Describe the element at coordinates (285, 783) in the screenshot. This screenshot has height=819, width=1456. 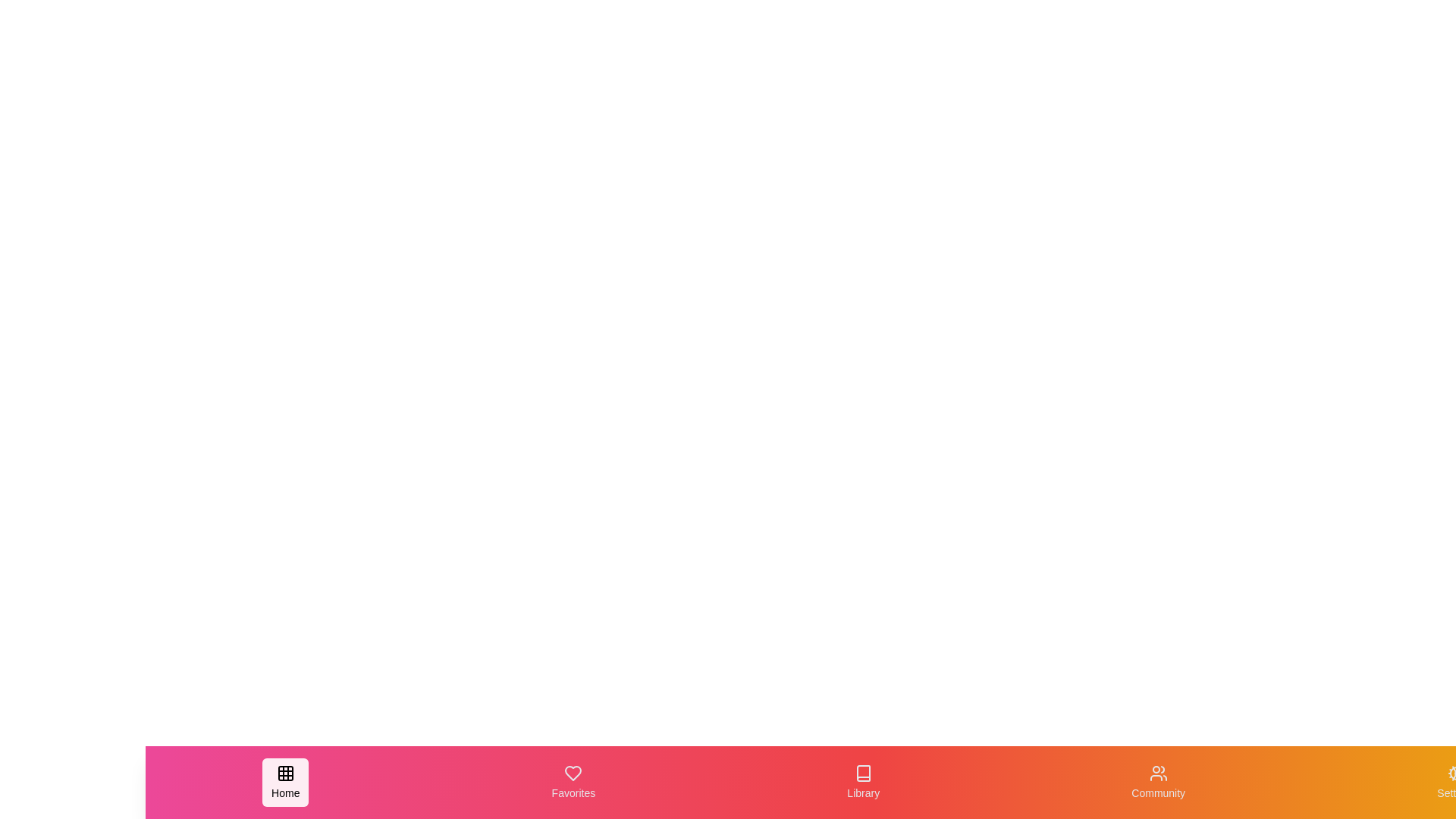
I see `the navigation tab labeled Home` at that location.